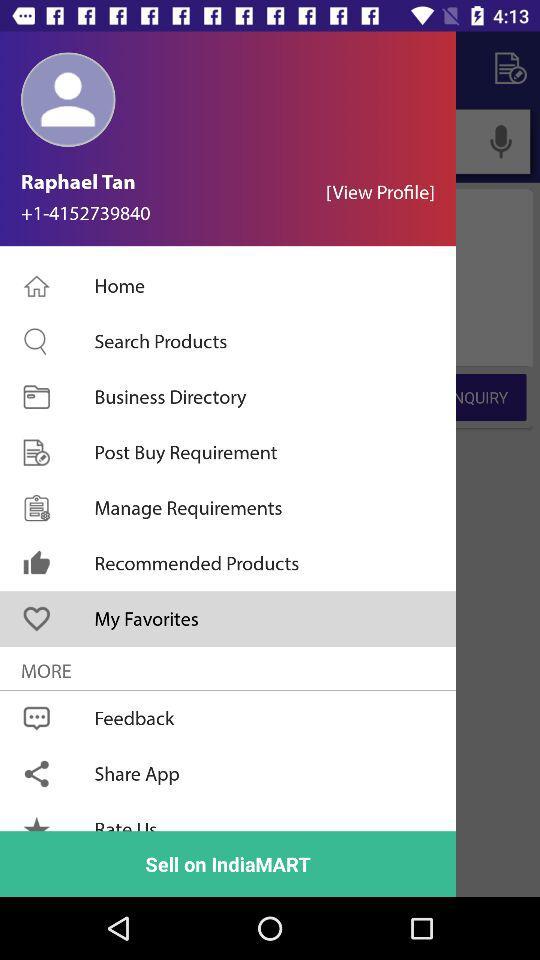 The height and width of the screenshot is (960, 540). What do you see at coordinates (500, 140) in the screenshot?
I see `the microphone icon` at bounding box center [500, 140].